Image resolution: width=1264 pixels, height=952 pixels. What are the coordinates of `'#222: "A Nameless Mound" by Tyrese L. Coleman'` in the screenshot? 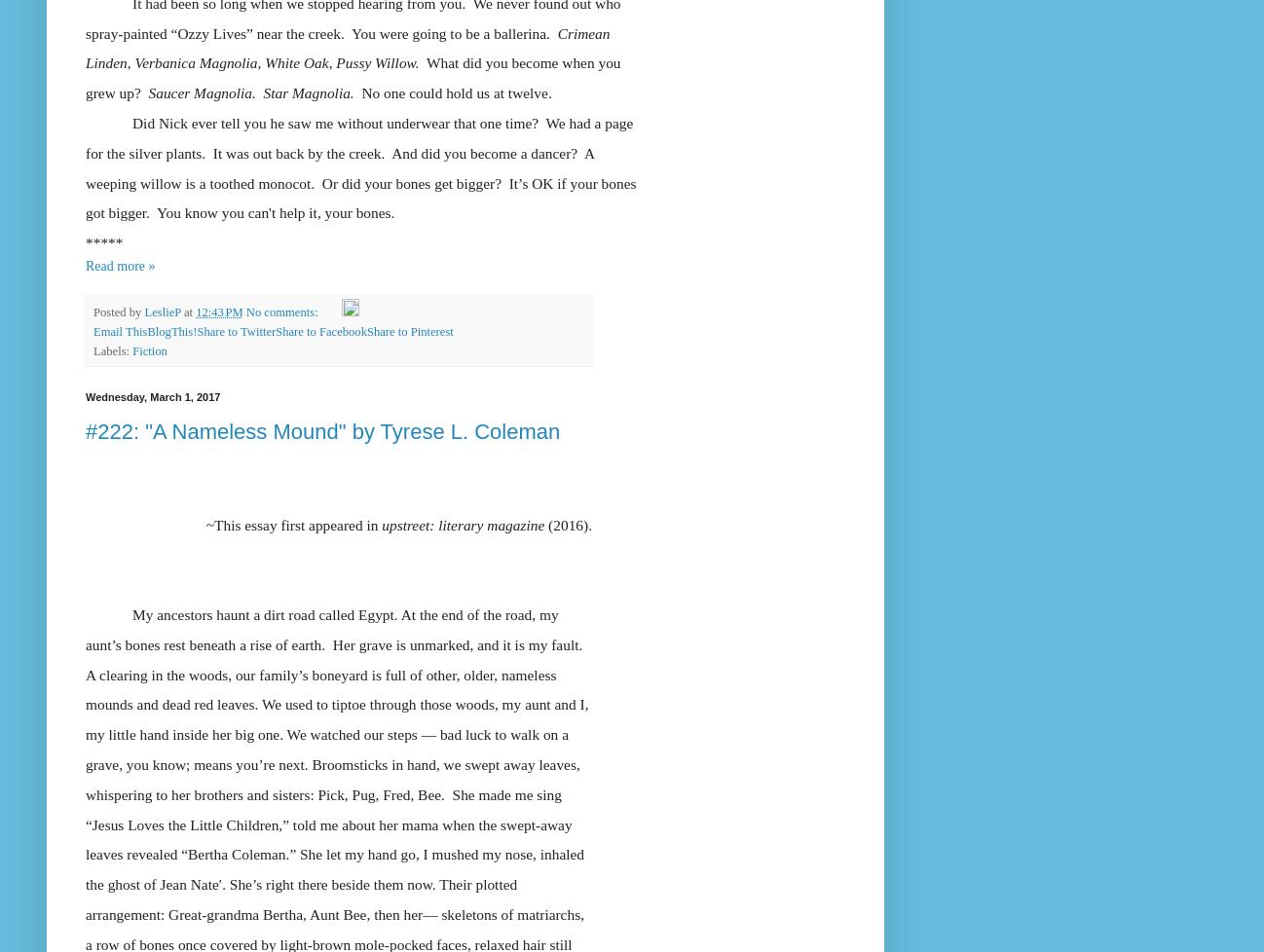 It's located at (322, 429).